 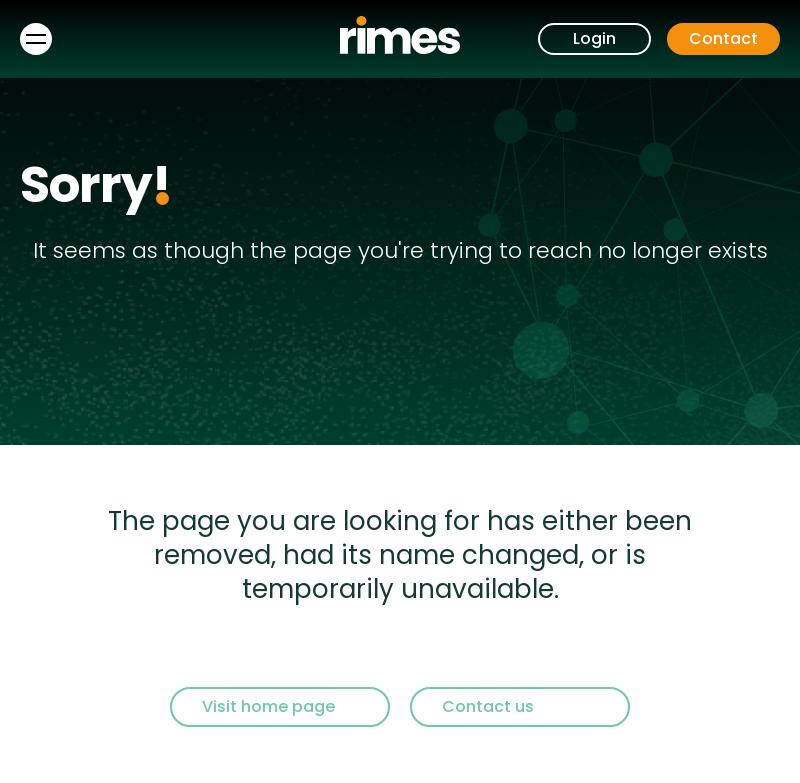 What do you see at coordinates (400, 553) in the screenshot?
I see `'removed, had its name changed, or is'` at bounding box center [400, 553].